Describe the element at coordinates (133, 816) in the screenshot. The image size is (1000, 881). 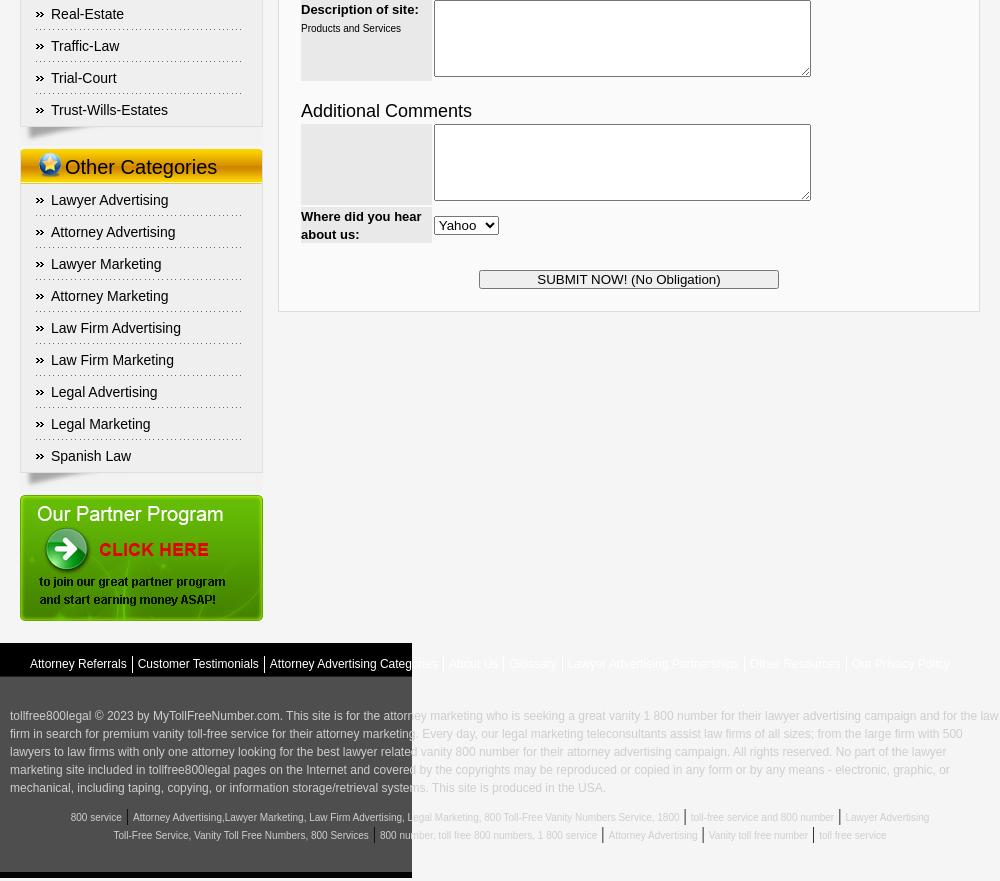
I see `'Attorney Advertising,Lawyer Marketing, Law Firm Advertising,  Legal Marketing, 800 Toll-Free Vanity Numbers Service, 1800'` at that location.